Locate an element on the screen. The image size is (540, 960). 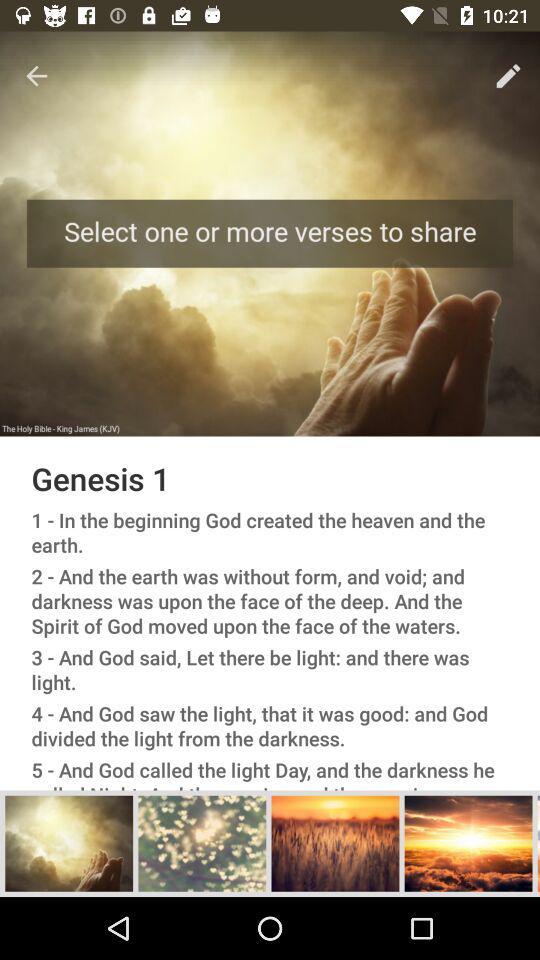
the avatar icon is located at coordinates (202, 842).